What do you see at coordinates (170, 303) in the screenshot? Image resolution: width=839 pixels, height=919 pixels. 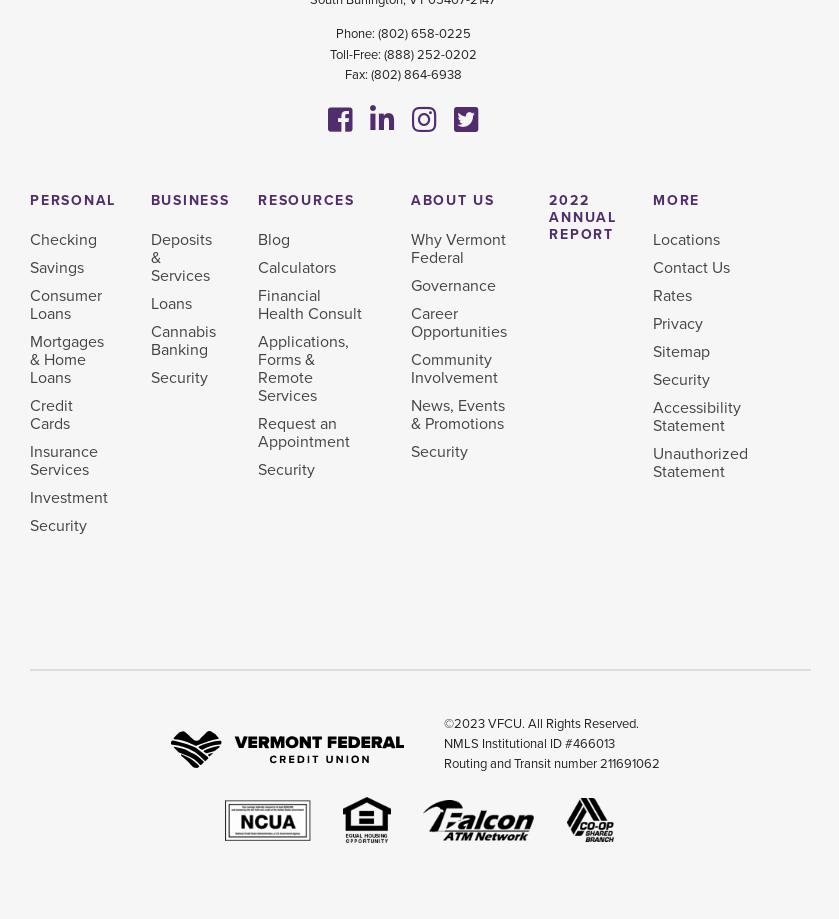 I see `'Loans'` at bounding box center [170, 303].